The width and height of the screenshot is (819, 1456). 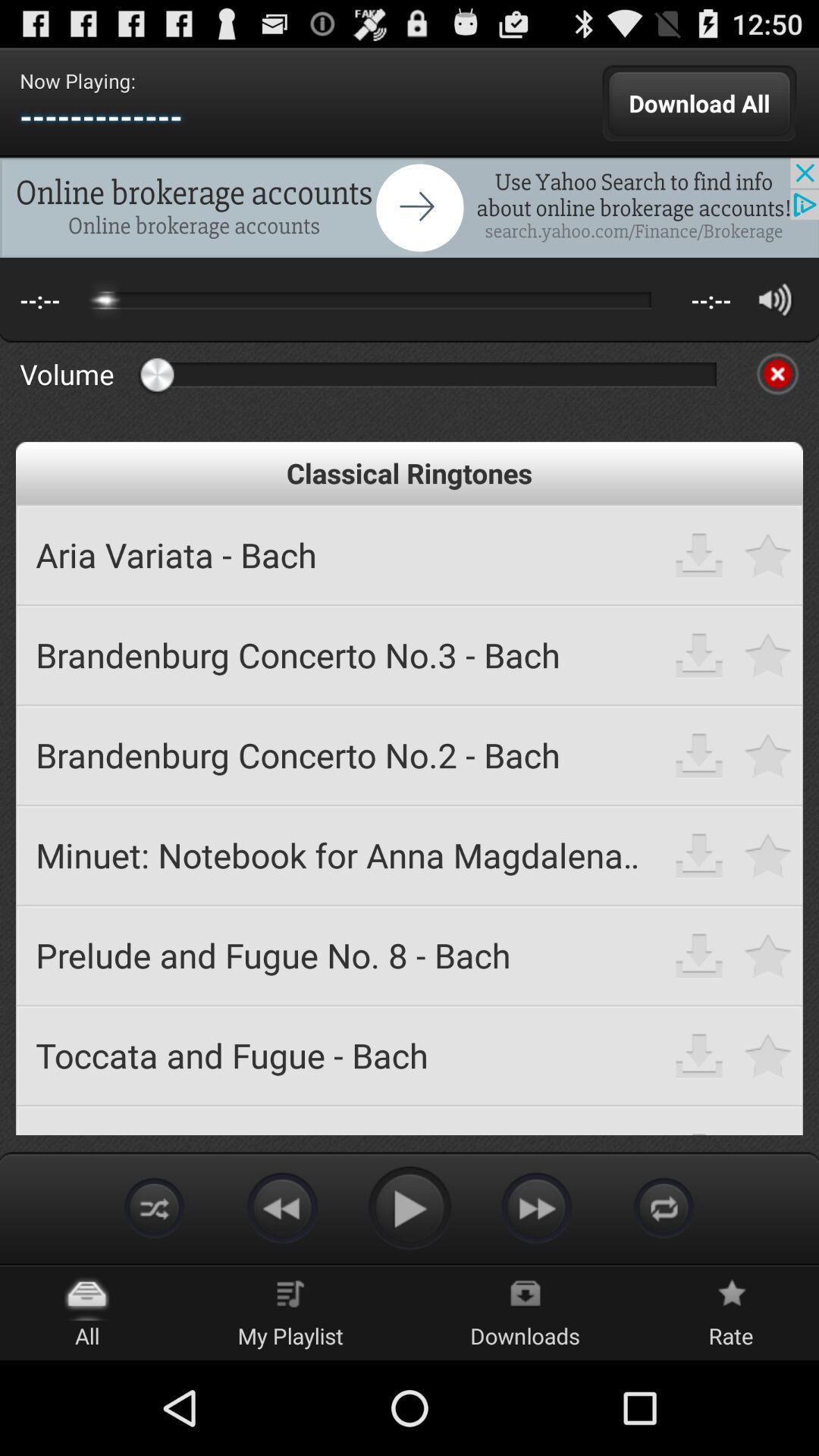 I want to click on the close icon, so click(x=777, y=400).